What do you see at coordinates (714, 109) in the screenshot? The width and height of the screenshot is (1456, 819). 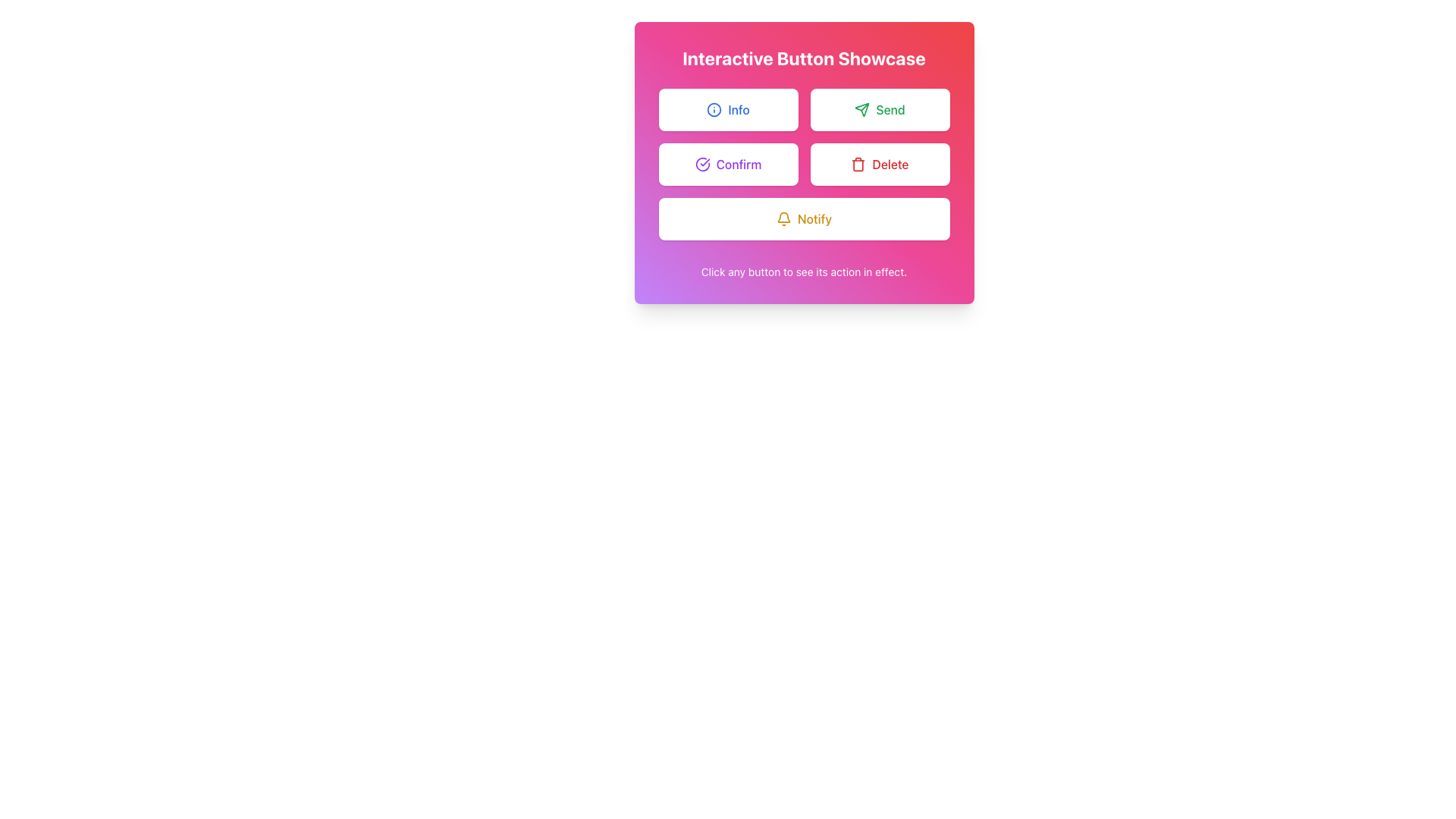 I see `the circular 'Info' icon, which is blue with a white interior and a blue border, located on the upper-left button labeled 'Info' in the grid layout of buttons within a card` at bounding box center [714, 109].